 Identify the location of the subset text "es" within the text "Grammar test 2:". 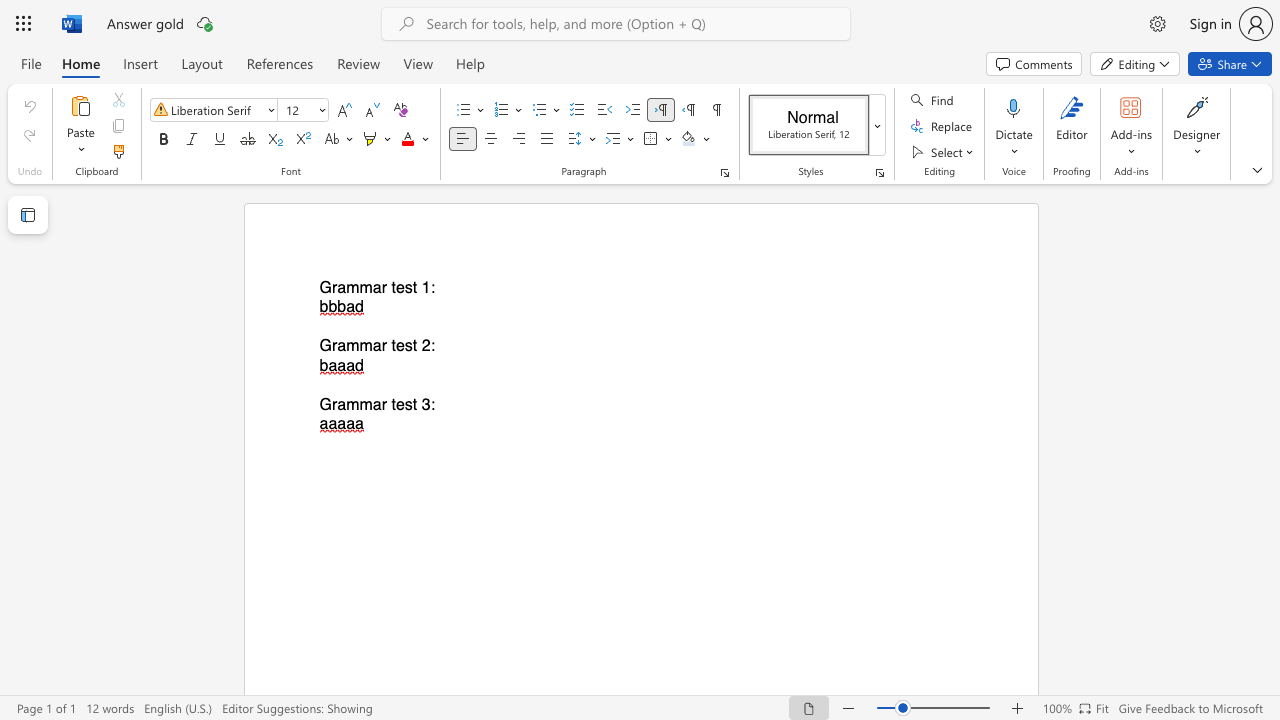
(395, 345).